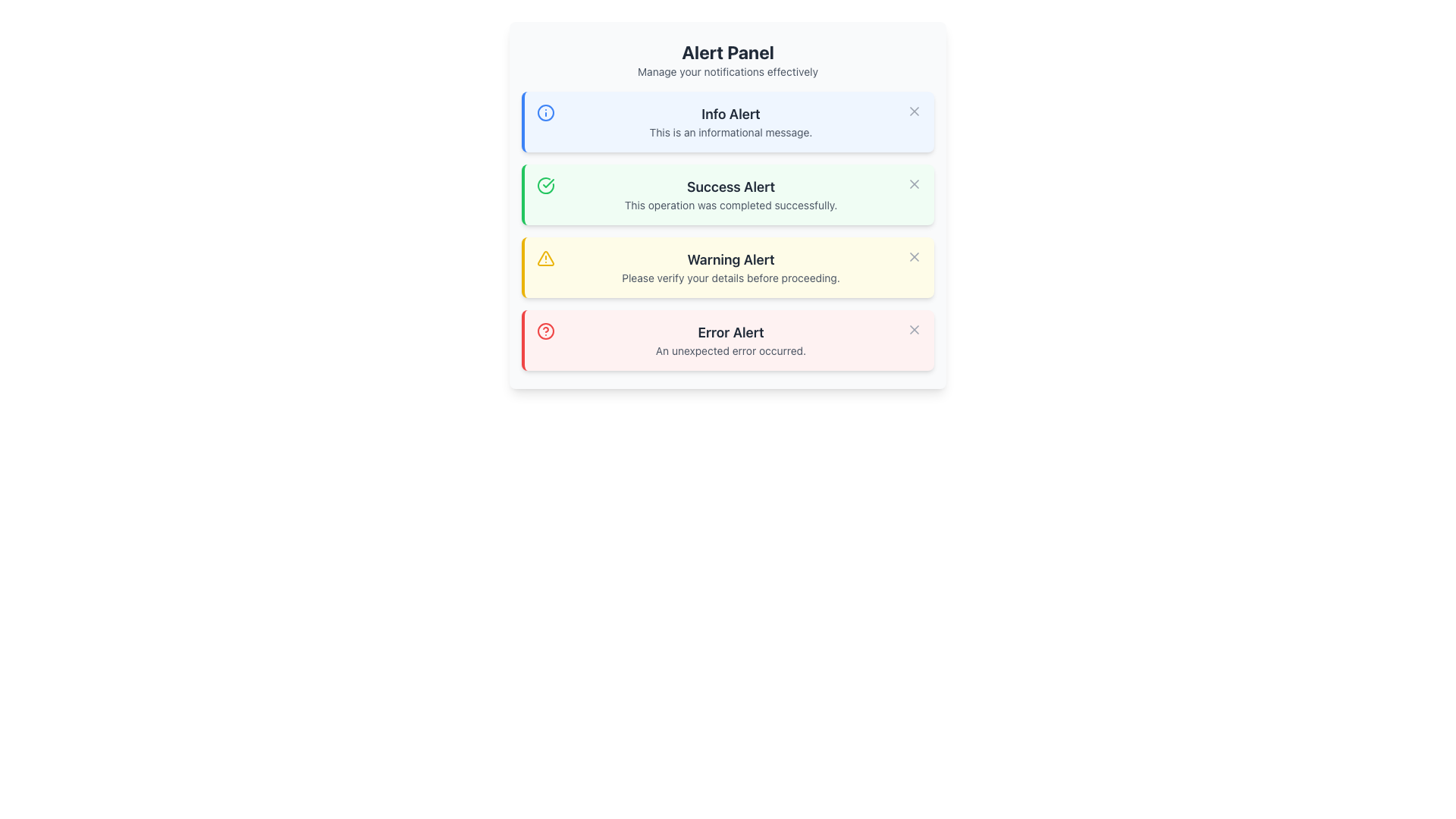  Describe the element at coordinates (546, 185) in the screenshot. I see `the circular icon with a checkmark inside, which has a green outline and is located within the 'Success Alert' notification box on the left side` at that location.